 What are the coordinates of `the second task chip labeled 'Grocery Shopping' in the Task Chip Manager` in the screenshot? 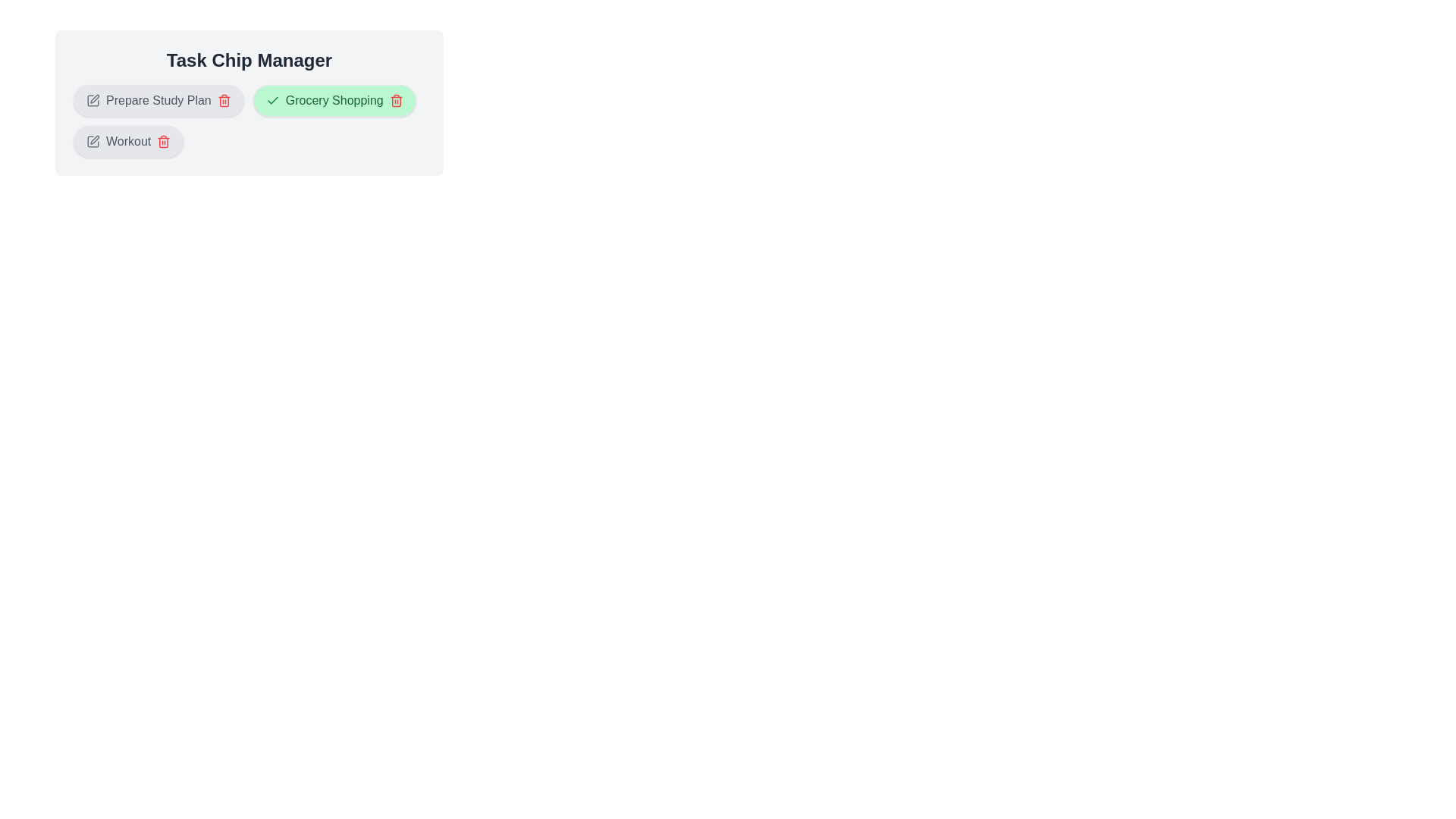 It's located at (334, 100).